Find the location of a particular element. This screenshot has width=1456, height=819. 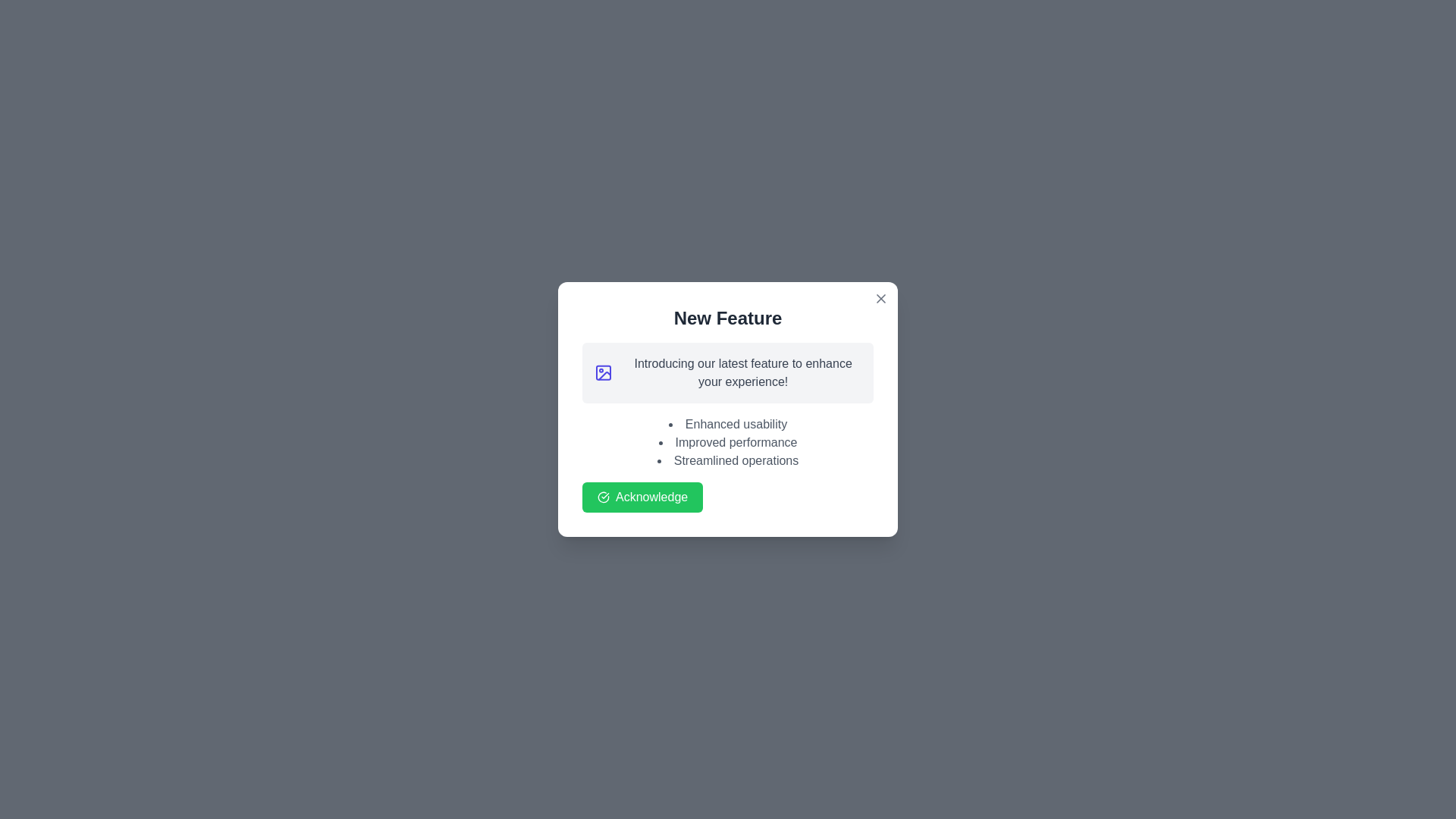

the green checkmark icon that is part of the 'Acknowledge' button in the 'New Feature' dialog box is located at coordinates (603, 497).